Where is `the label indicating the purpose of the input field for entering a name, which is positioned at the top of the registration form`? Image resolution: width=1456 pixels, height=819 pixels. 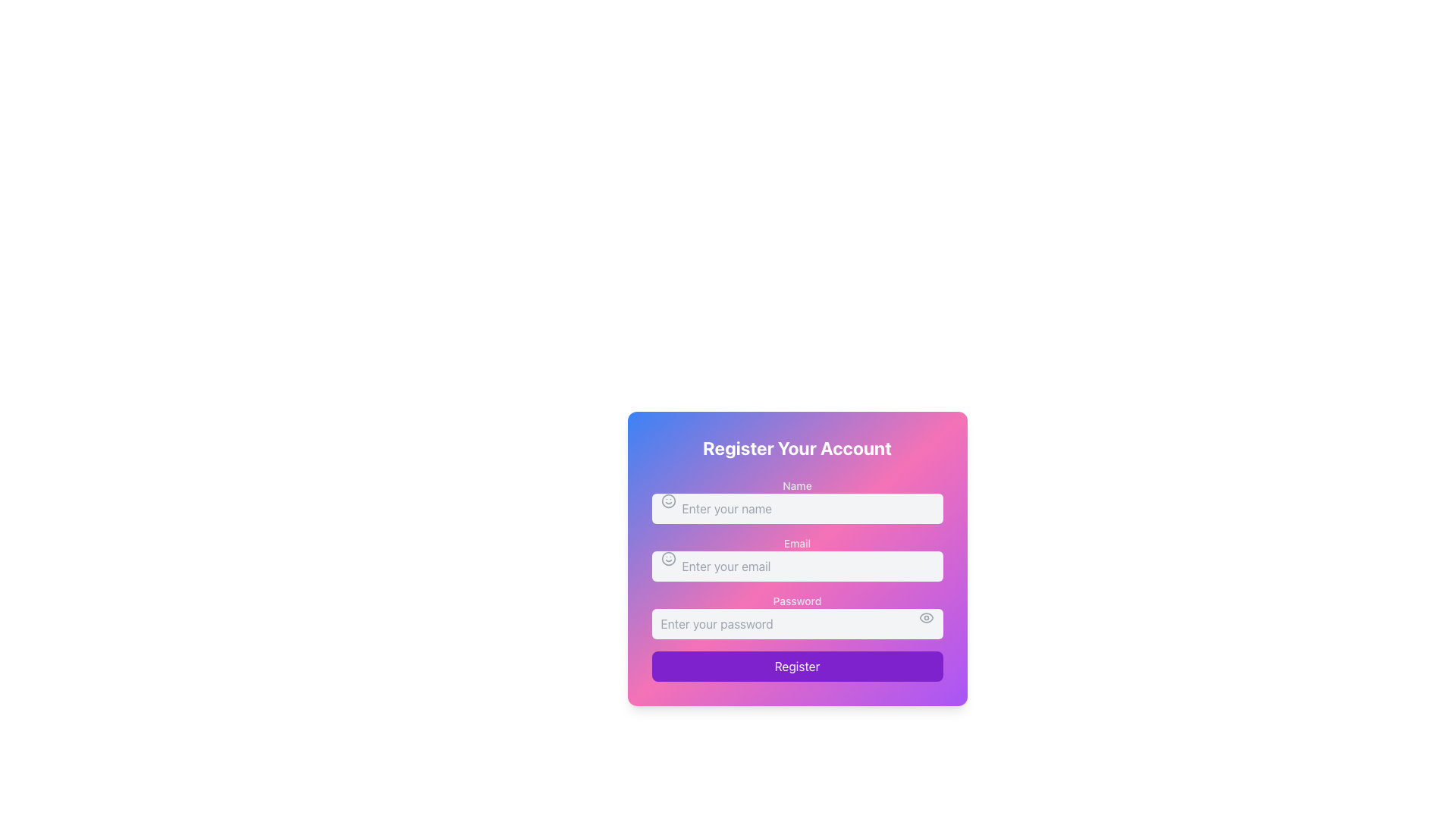
the label indicating the purpose of the input field for entering a name, which is positioned at the top of the registration form is located at coordinates (796, 485).